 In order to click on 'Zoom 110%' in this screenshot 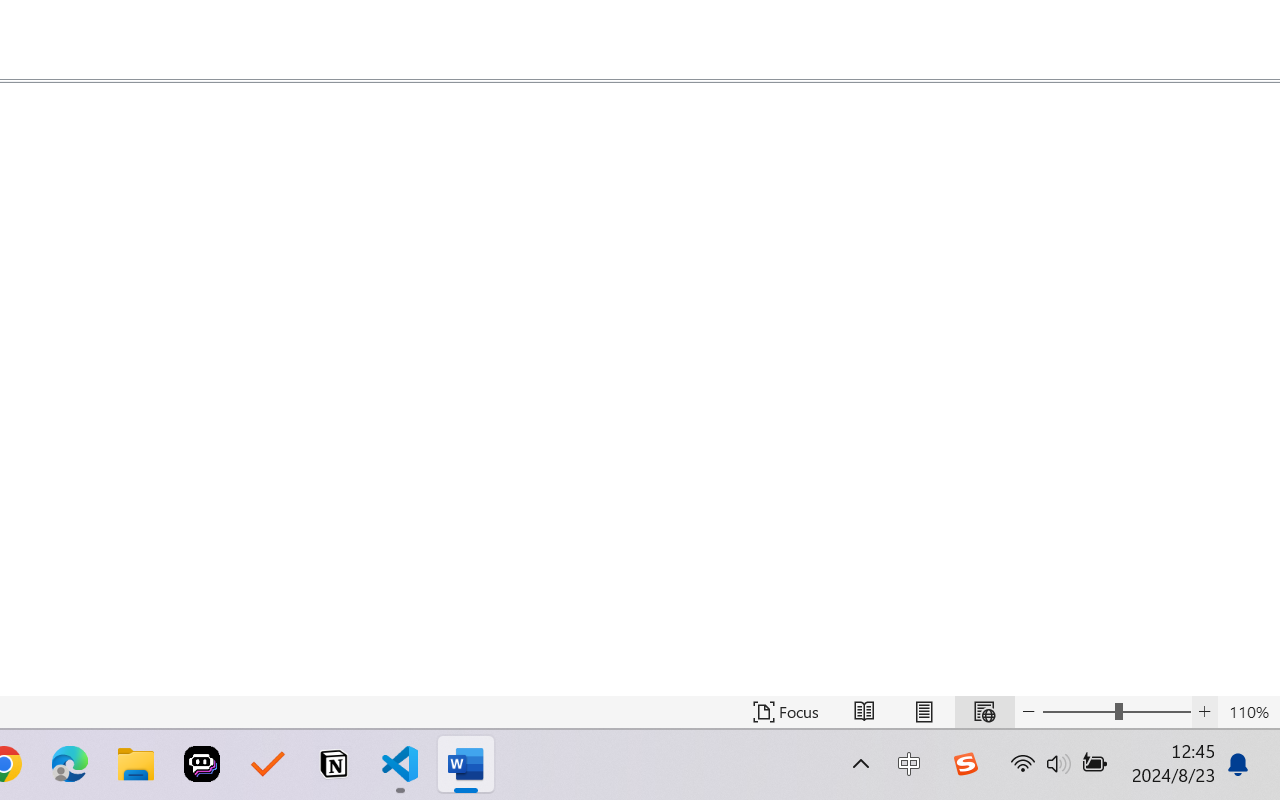, I will do `click(1248, 711)`.